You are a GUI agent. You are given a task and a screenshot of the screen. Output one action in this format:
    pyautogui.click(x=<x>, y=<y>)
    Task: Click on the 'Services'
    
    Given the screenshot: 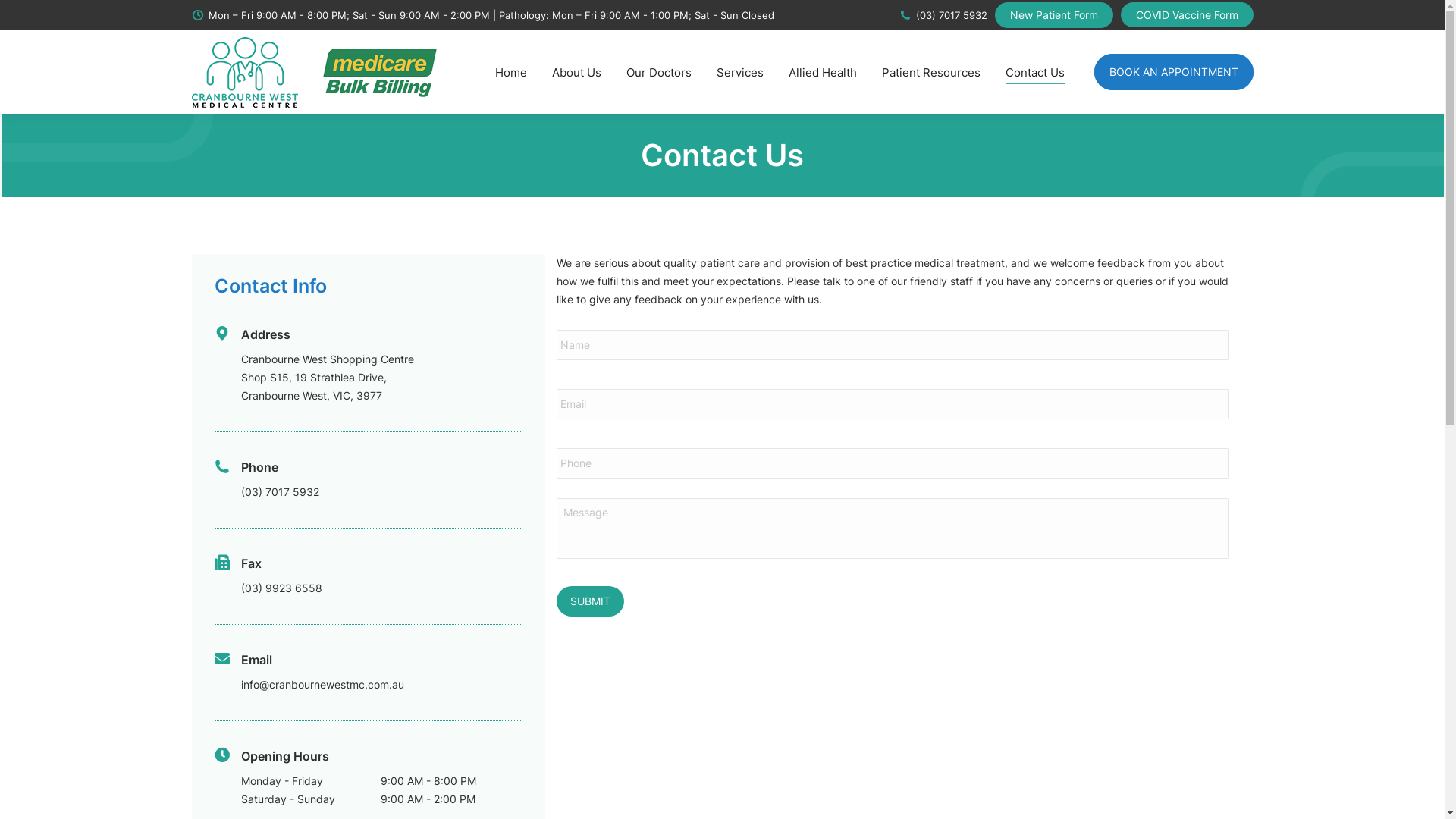 What is the action you would take?
    pyautogui.click(x=712, y=72)
    